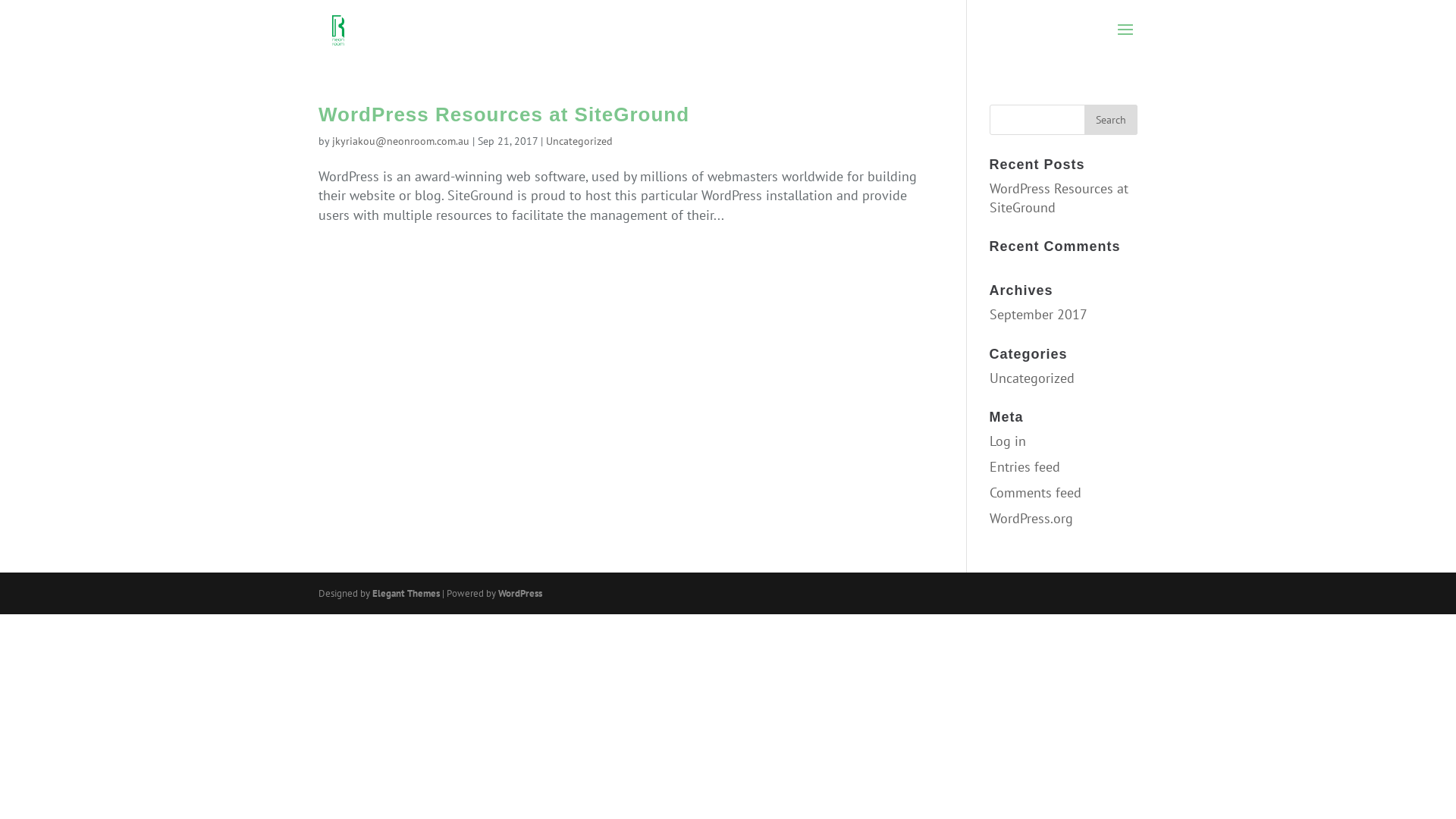  I want to click on 'Comments feed', so click(990, 492).